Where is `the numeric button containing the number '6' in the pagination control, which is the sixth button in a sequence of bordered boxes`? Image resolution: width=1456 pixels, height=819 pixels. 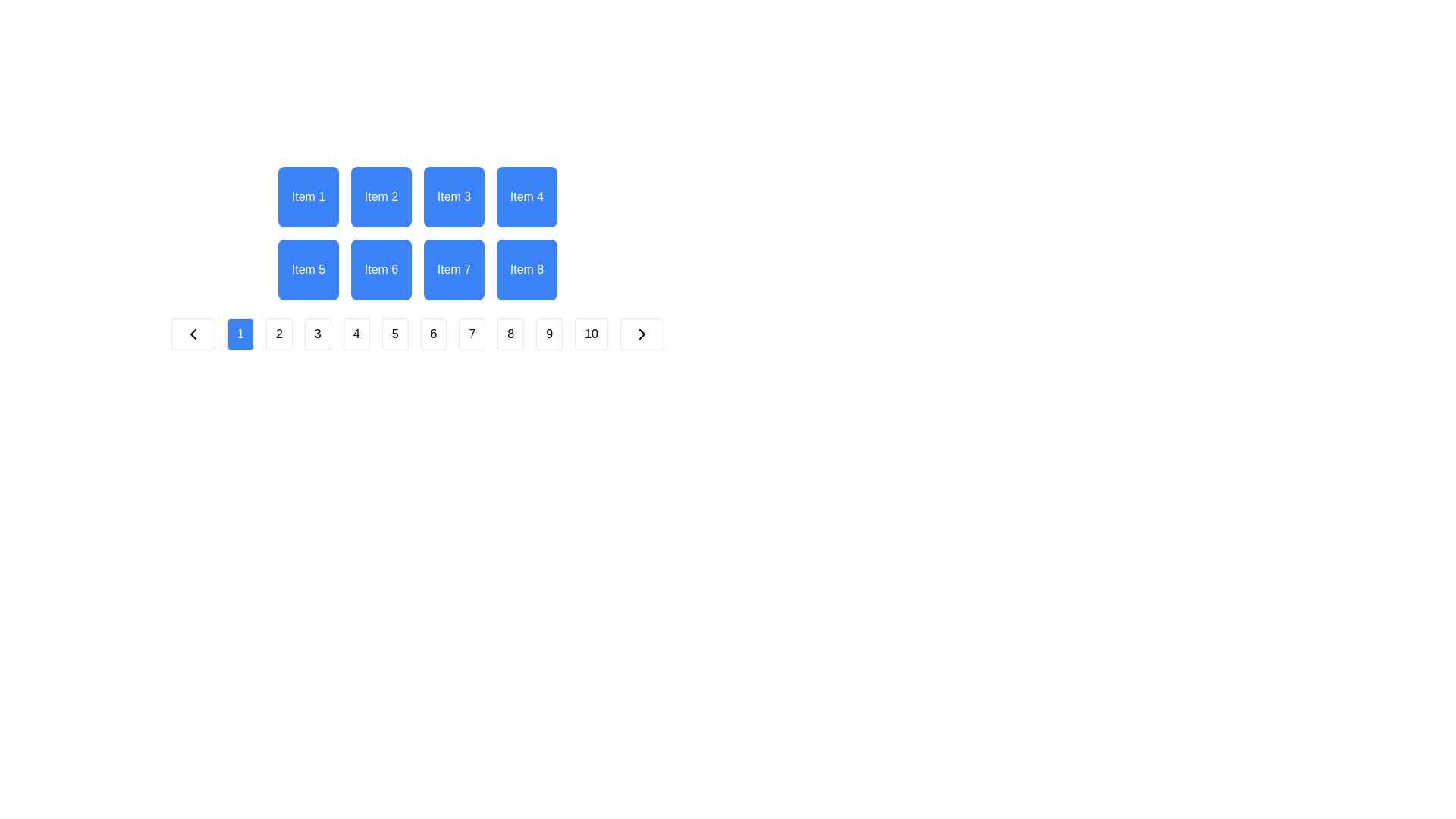 the numeric button containing the number '6' in the pagination control, which is the sixth button in a sequence of bordered boxes is located at coordinates (418, 333).